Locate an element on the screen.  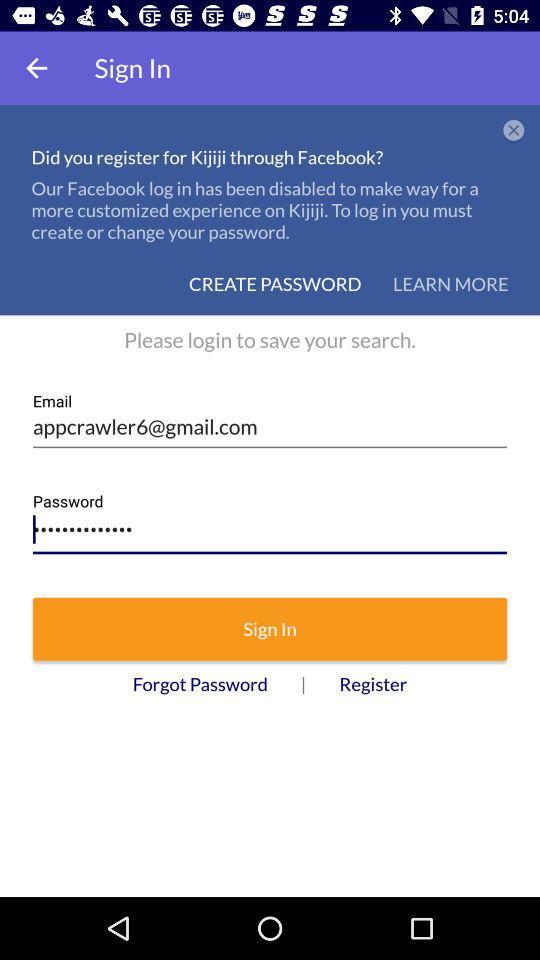
cancel button is located at coordinates (514, 130).